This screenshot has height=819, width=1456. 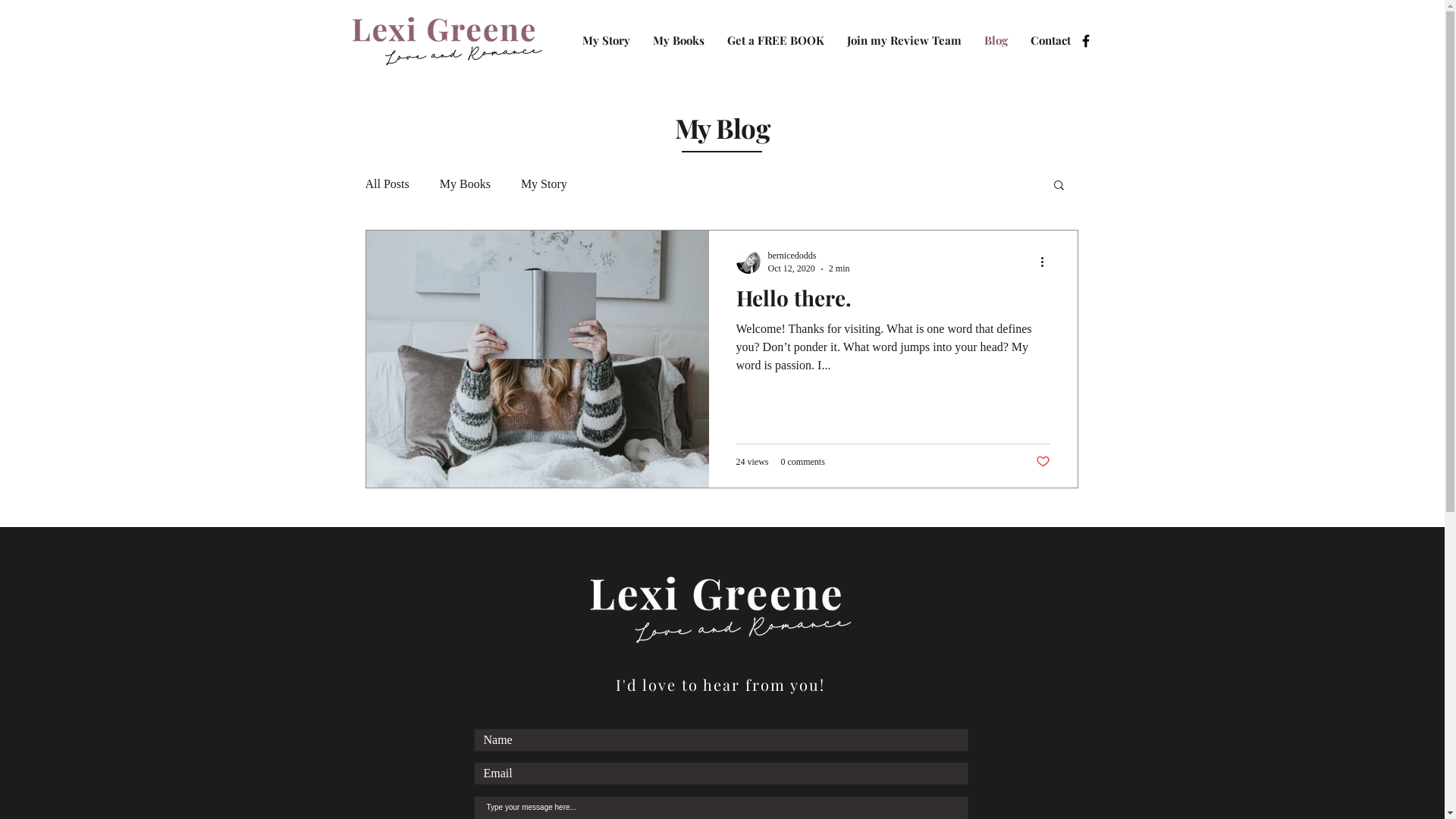 I want to click on 'My Books', so click(x=464, y=184).